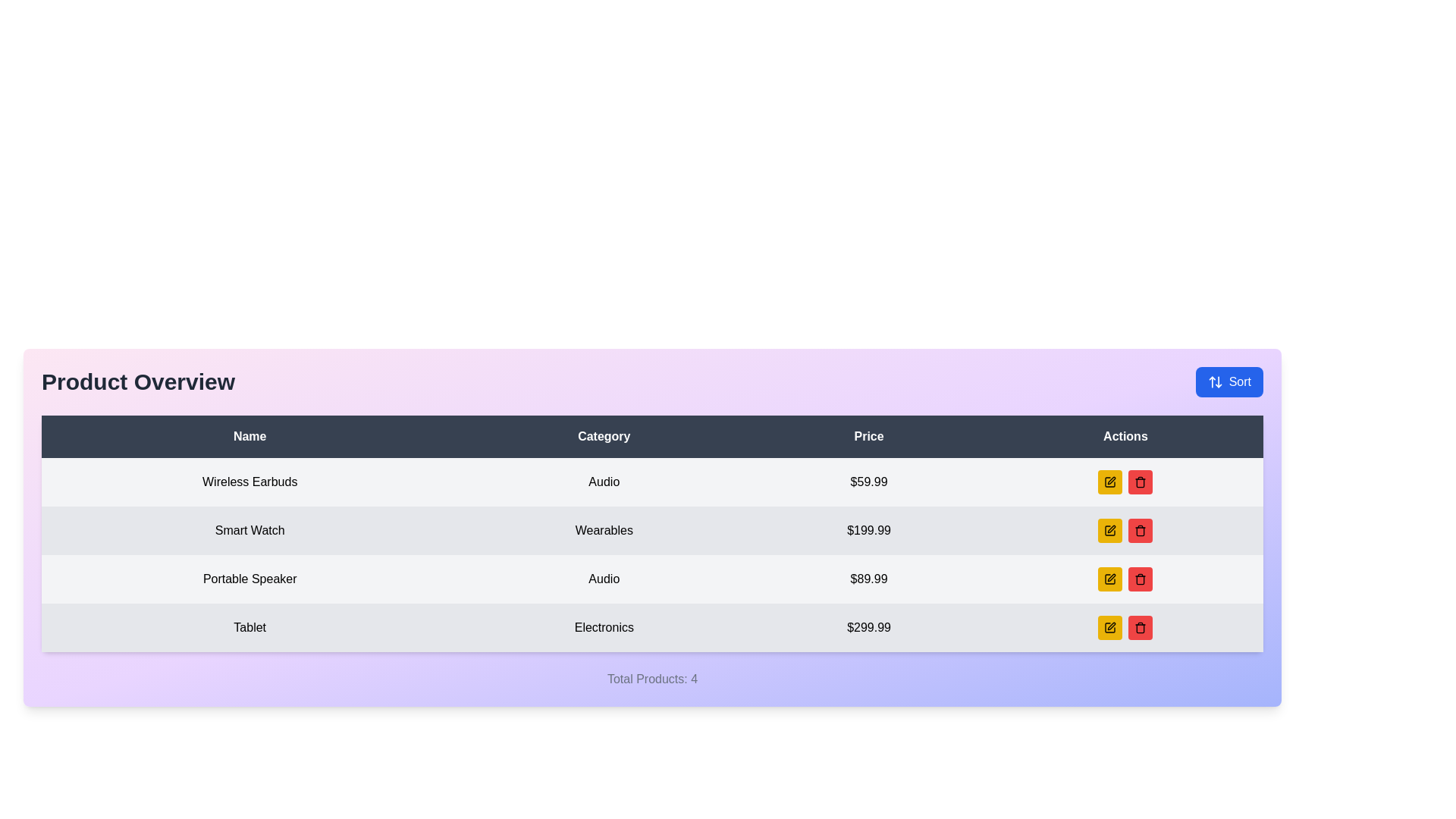  Describe the element at coordinates (1215, 381) in the screenshot. I see `the blue arrow icon representing sorting functionality located to the left of the 'Sort' text in the upper right corner of the interface` at that location.